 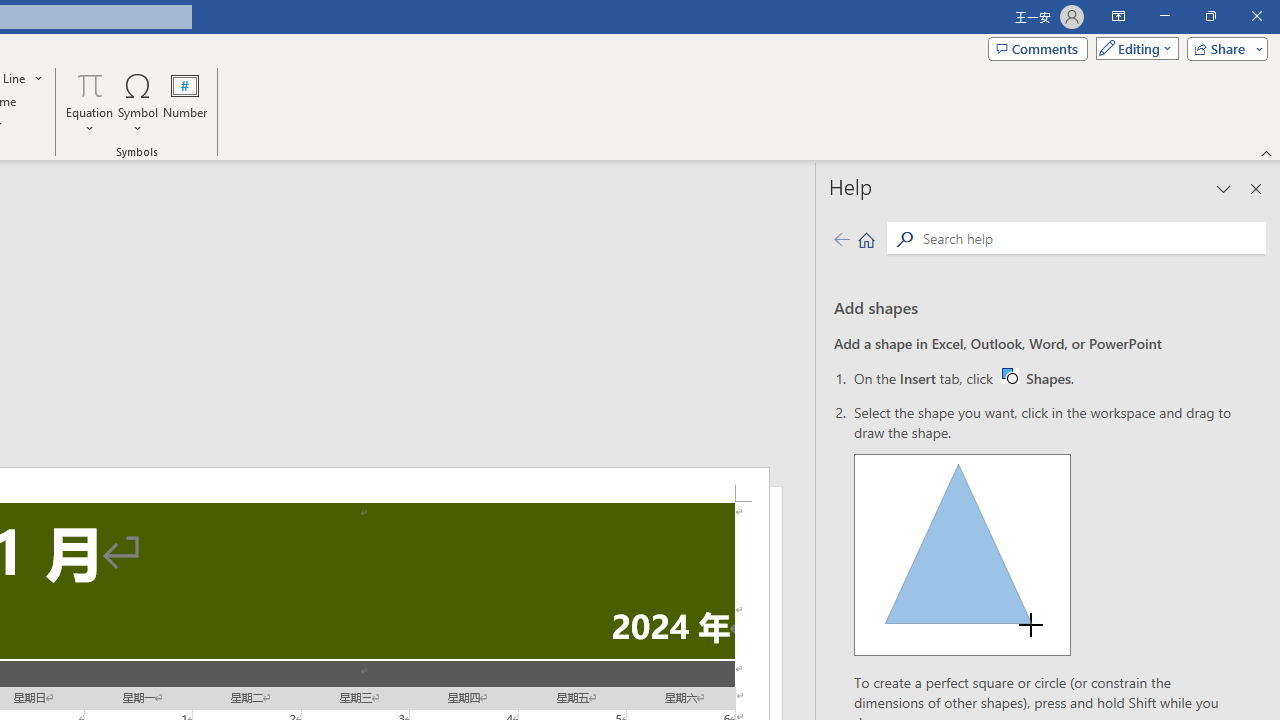 I want to click on 'Close pane', so click(x=1255, y=189).